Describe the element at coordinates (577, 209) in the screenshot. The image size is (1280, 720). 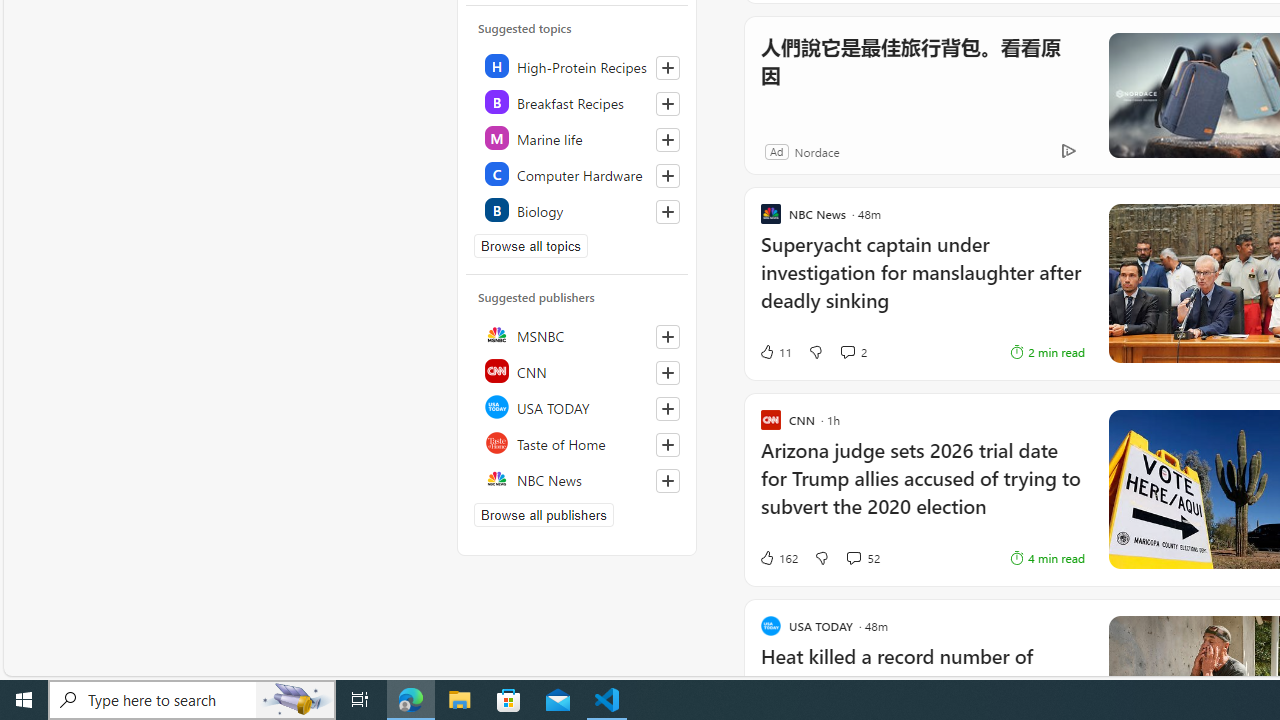
I see `'Class: highlight'` at that location.